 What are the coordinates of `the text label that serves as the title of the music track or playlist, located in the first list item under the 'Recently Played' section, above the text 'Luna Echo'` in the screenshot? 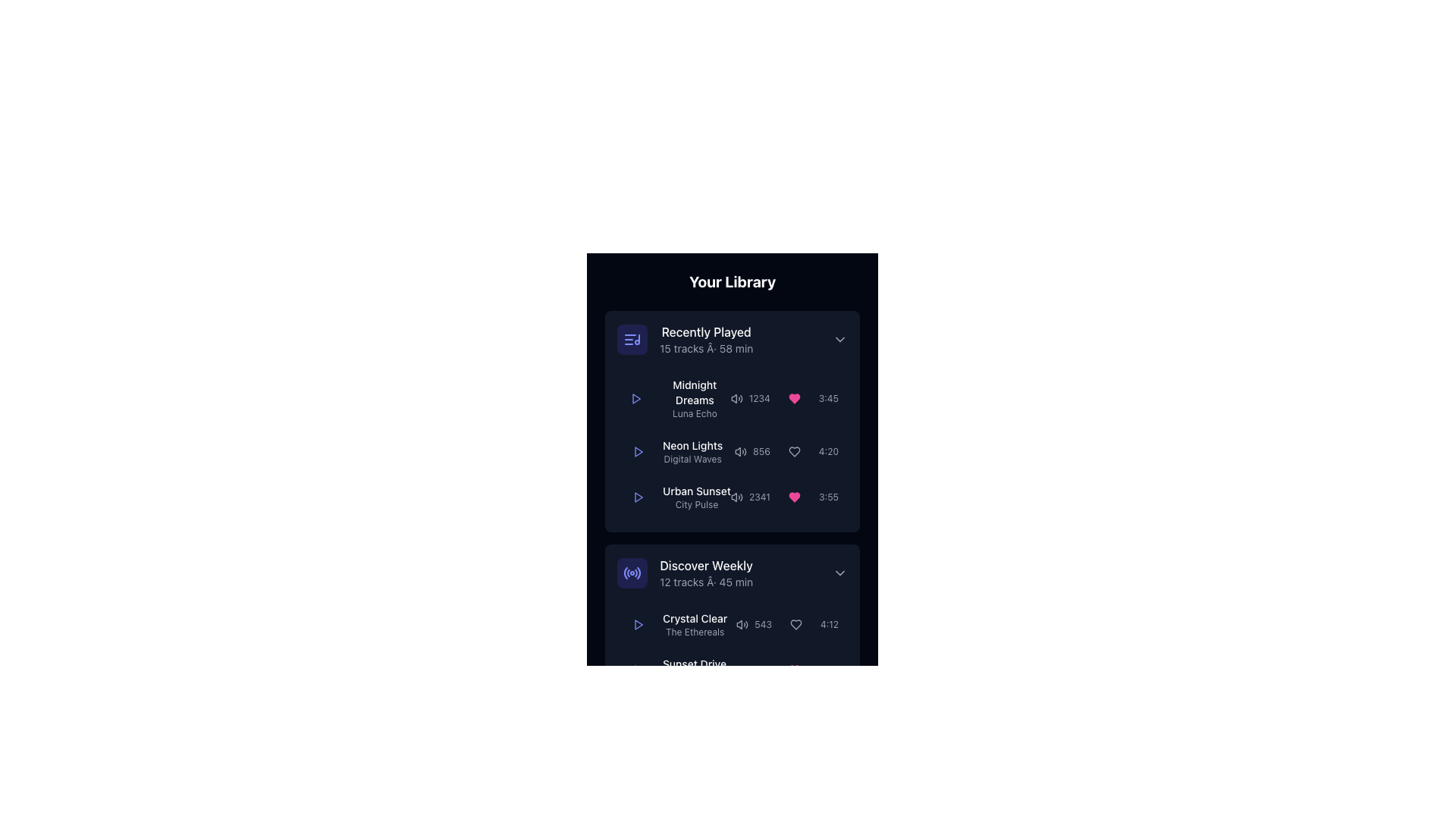 It's located at (694, 391).